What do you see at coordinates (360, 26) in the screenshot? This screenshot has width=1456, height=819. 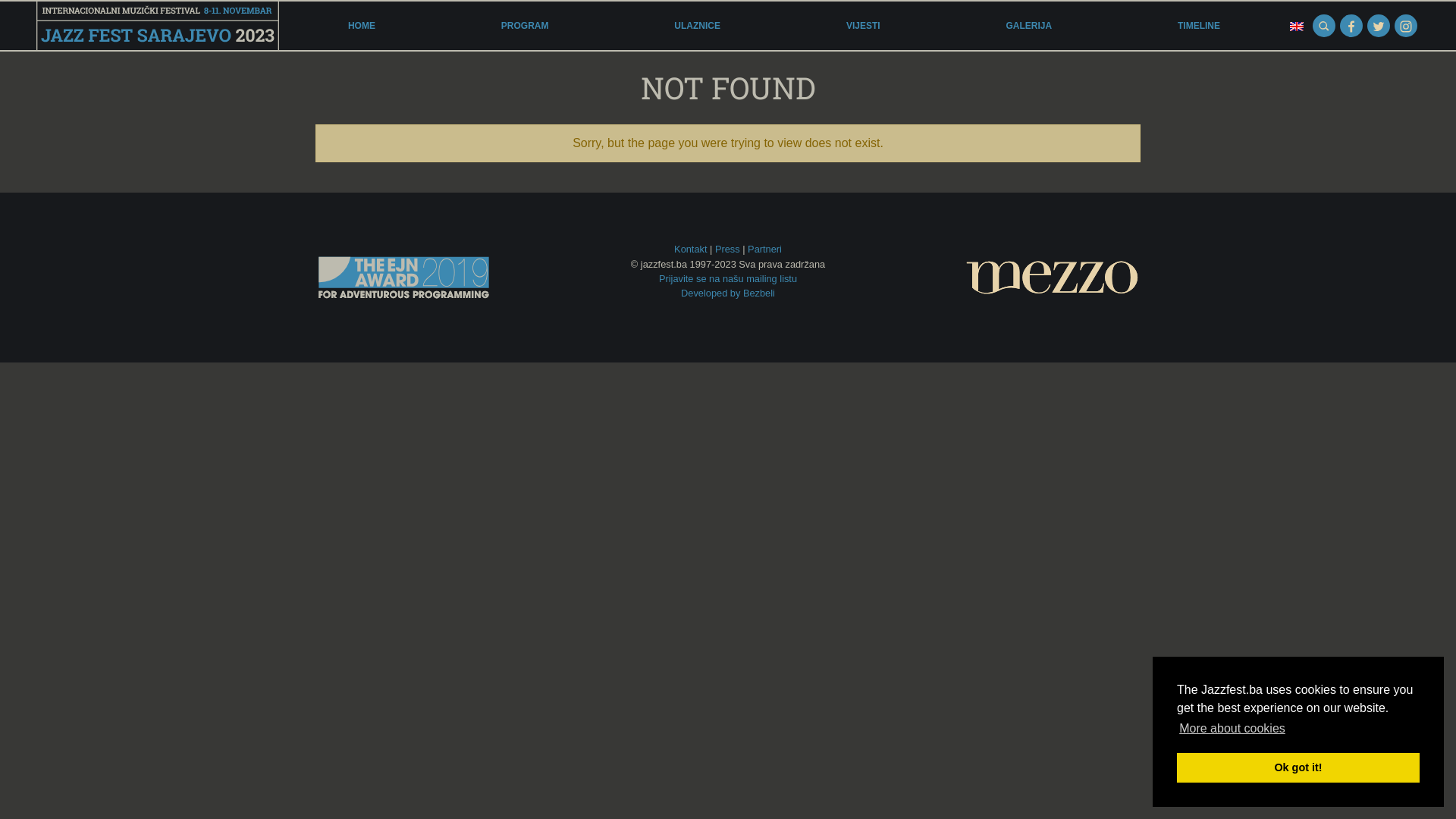 I see `'HOME'` at bounding box center [360, 26].